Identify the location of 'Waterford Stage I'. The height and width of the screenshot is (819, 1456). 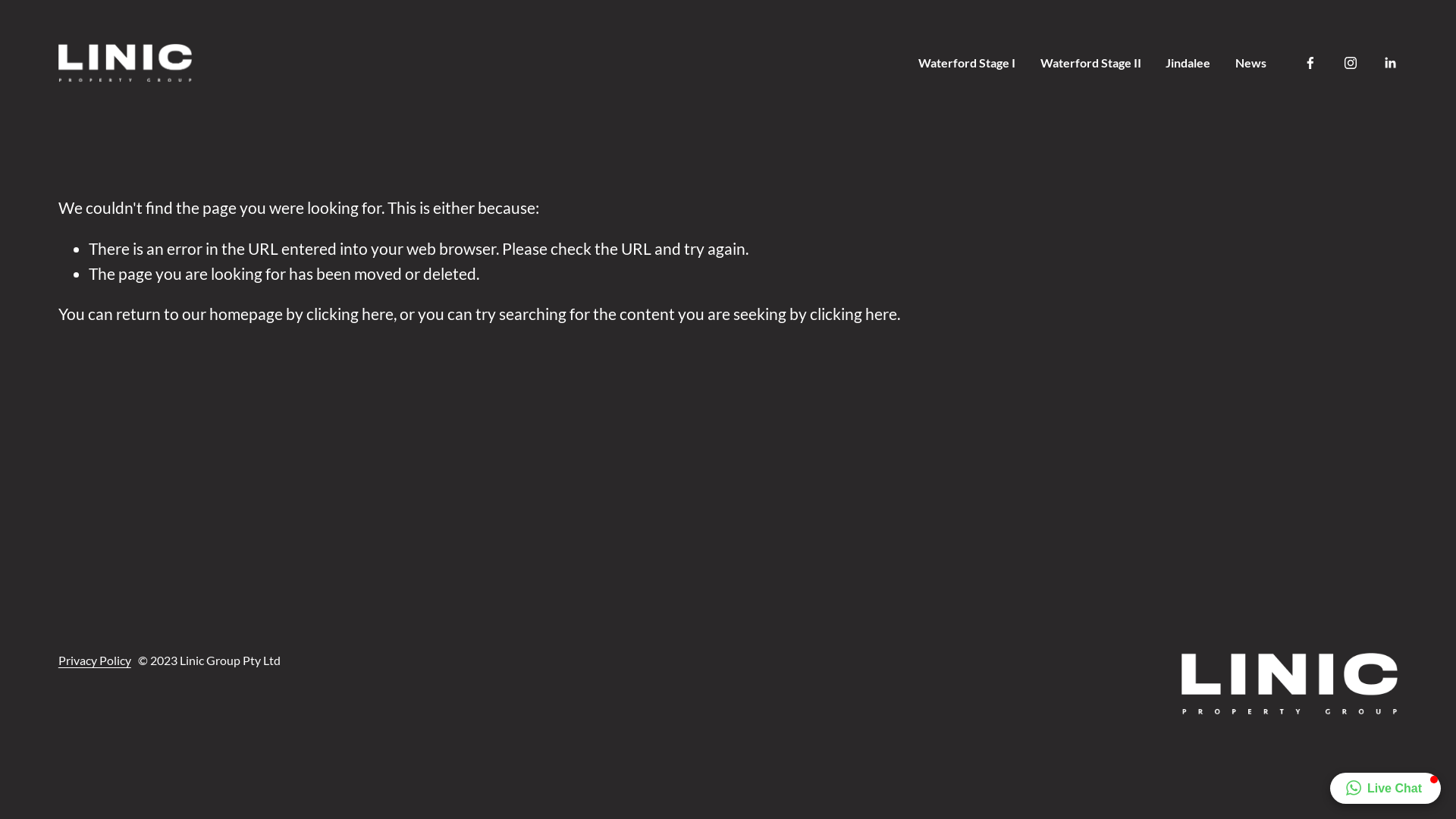
(966, 61).